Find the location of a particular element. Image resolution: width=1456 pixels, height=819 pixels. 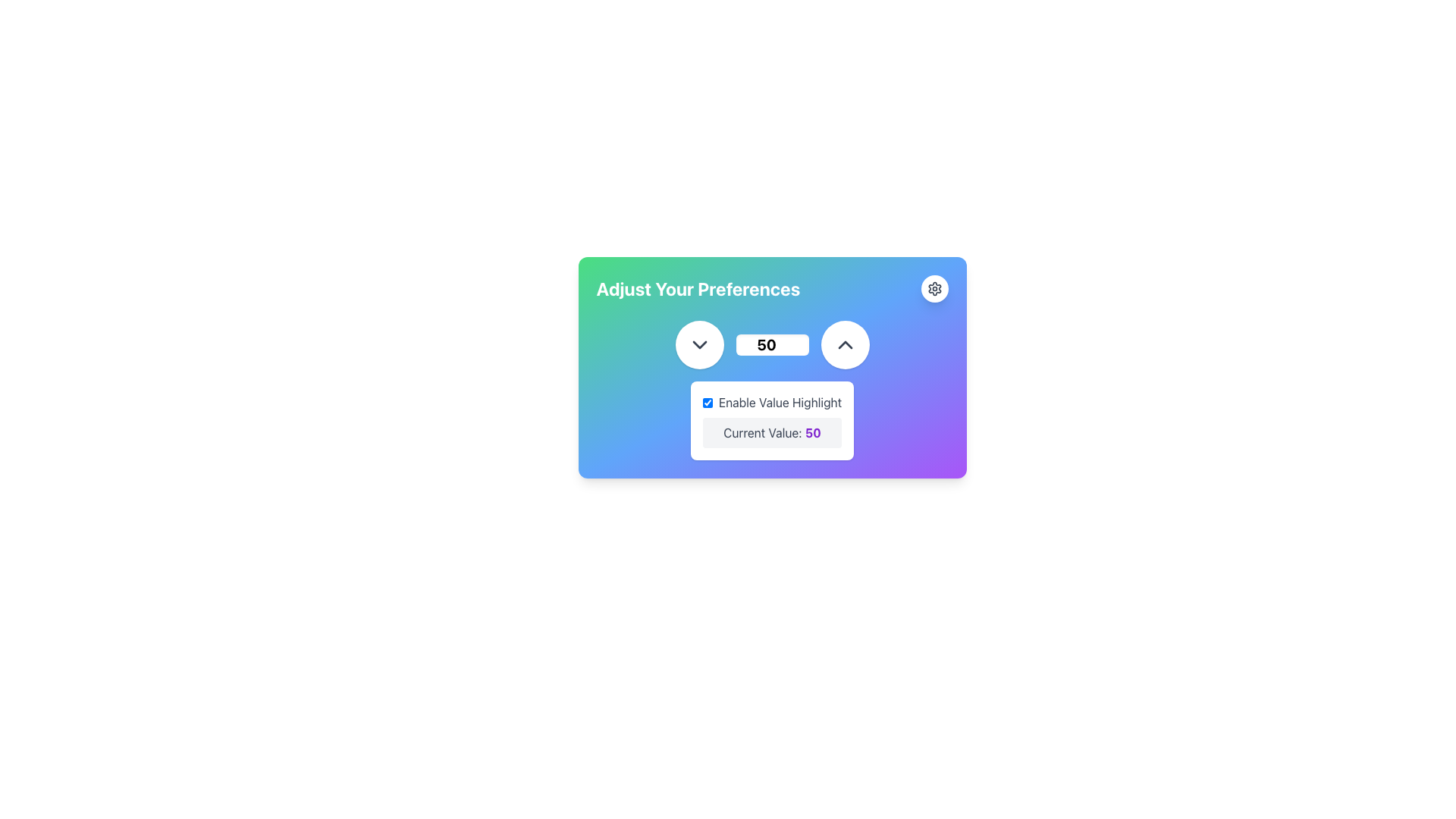

the triangular chevron icon that is part of the button-like component, located to the left of the number input field displaying '50' is located at coordinates (844, 345).